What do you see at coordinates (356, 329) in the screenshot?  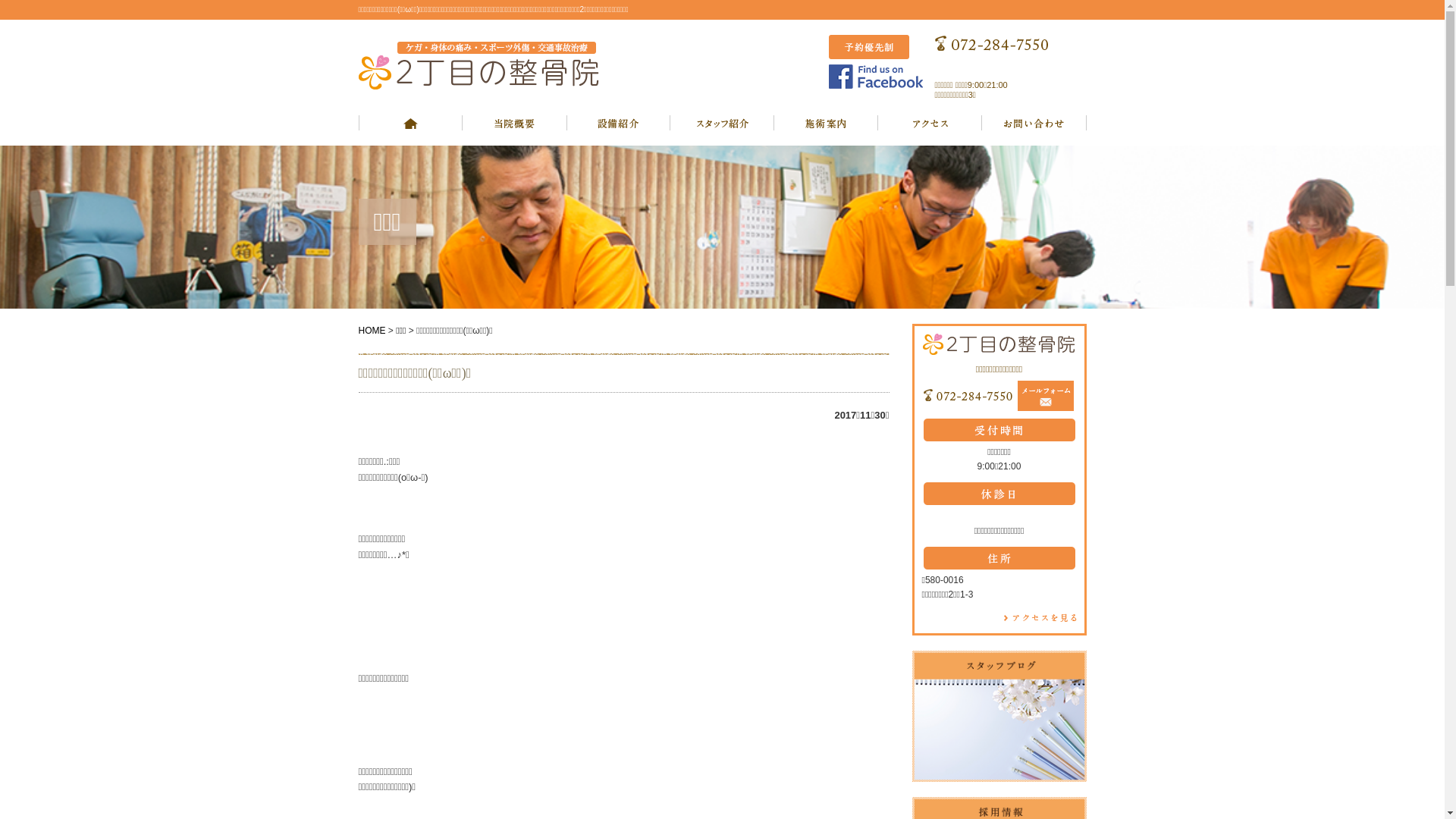 I see `'HOME'` at bounding box center [356, 329].